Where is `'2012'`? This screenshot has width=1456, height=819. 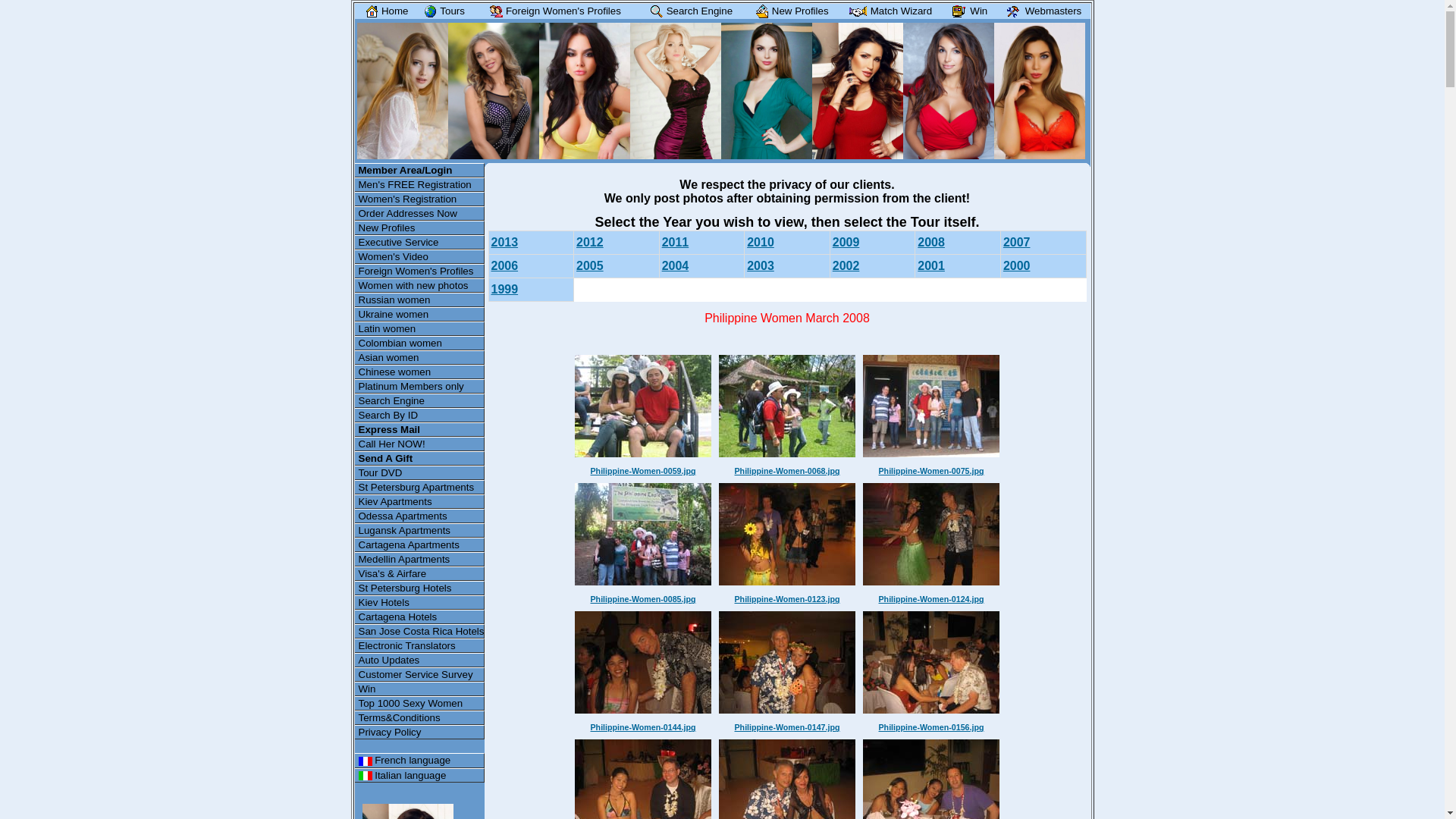
'2012' is located at coordinates (588, 241).